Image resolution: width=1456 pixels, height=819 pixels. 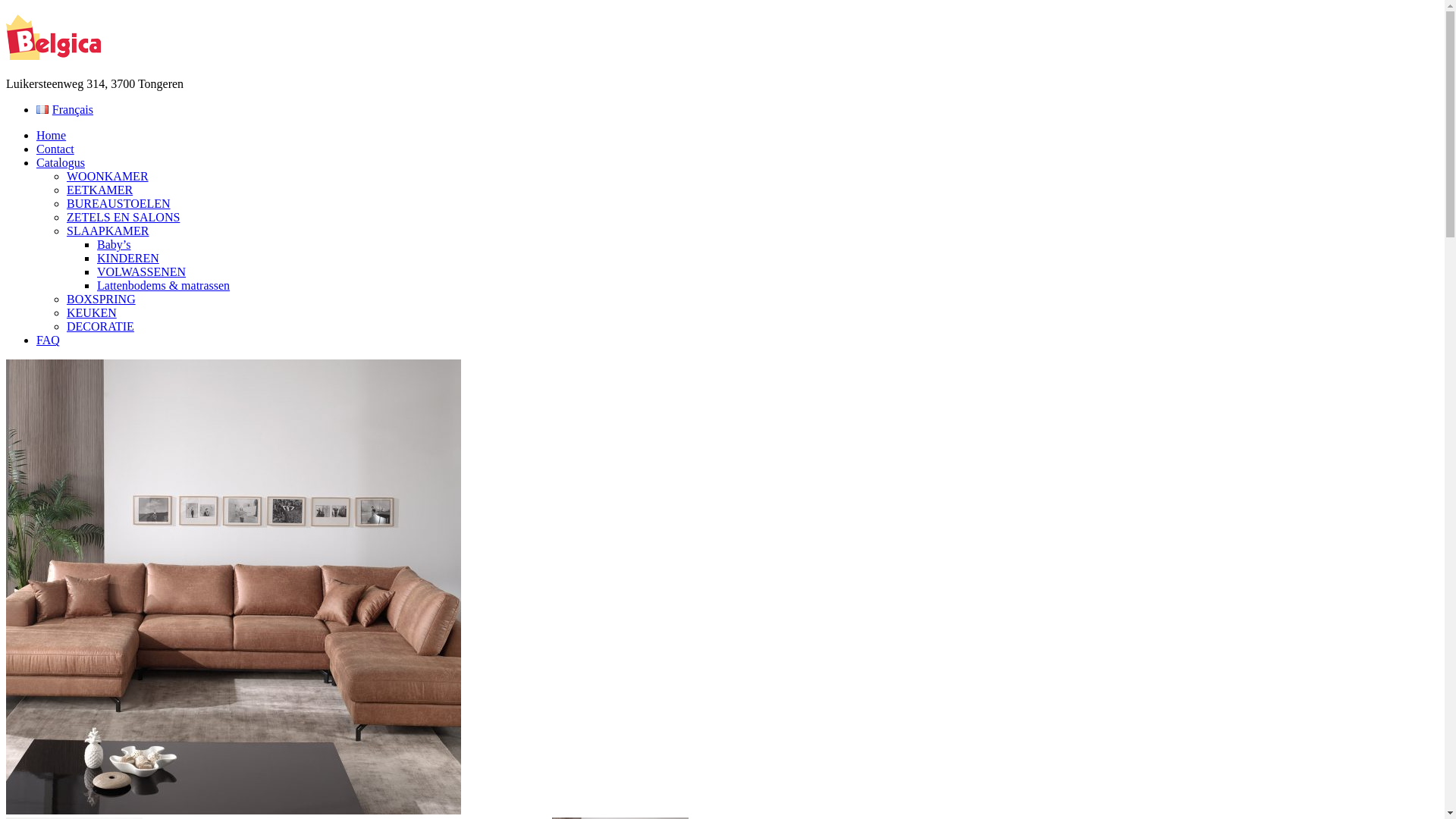 I want to click on 'BOXSPRING', so click(x=100, y=299).